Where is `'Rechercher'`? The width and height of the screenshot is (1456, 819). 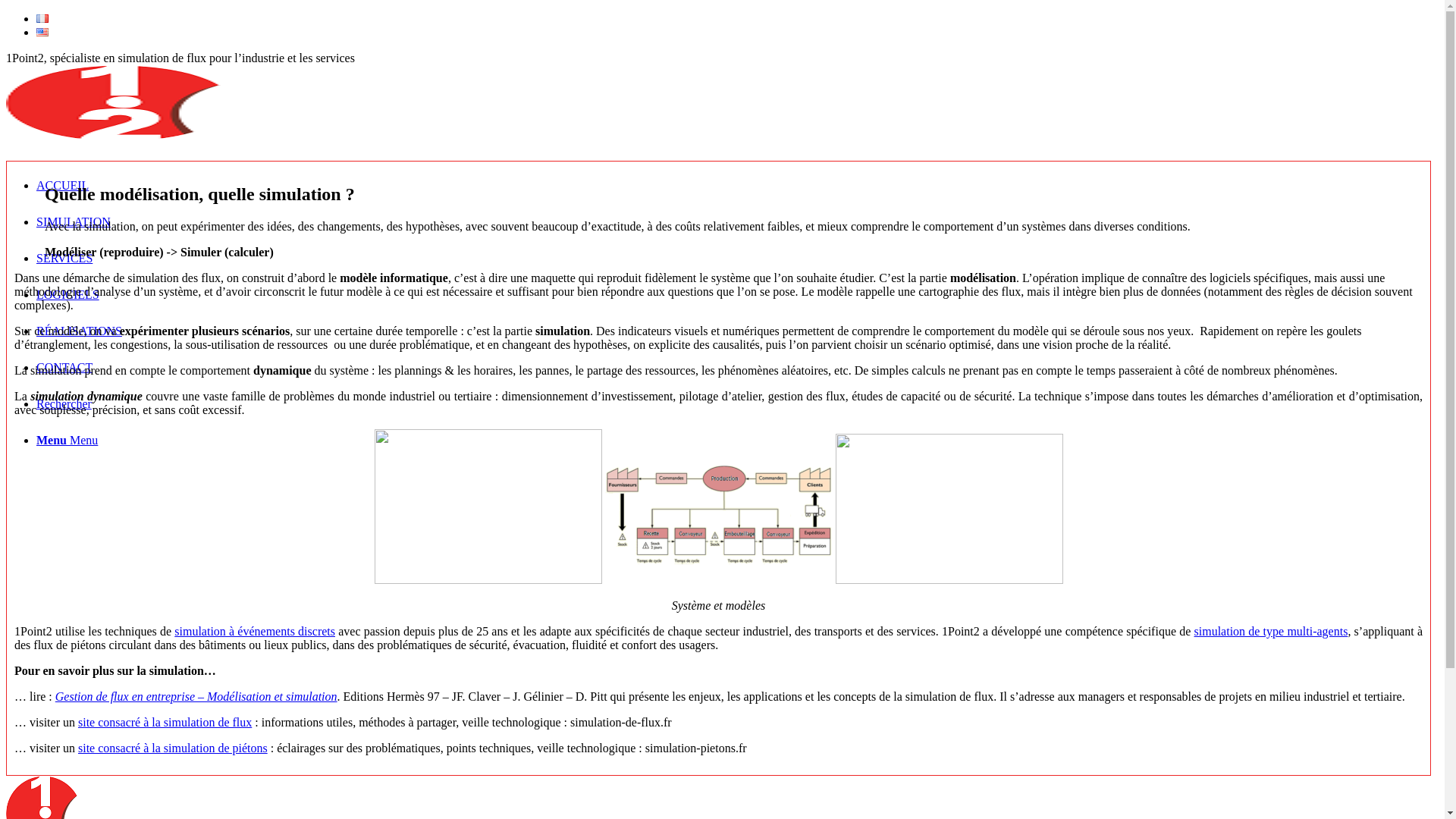
'Rechercher' is located at coordinates (63, 403).